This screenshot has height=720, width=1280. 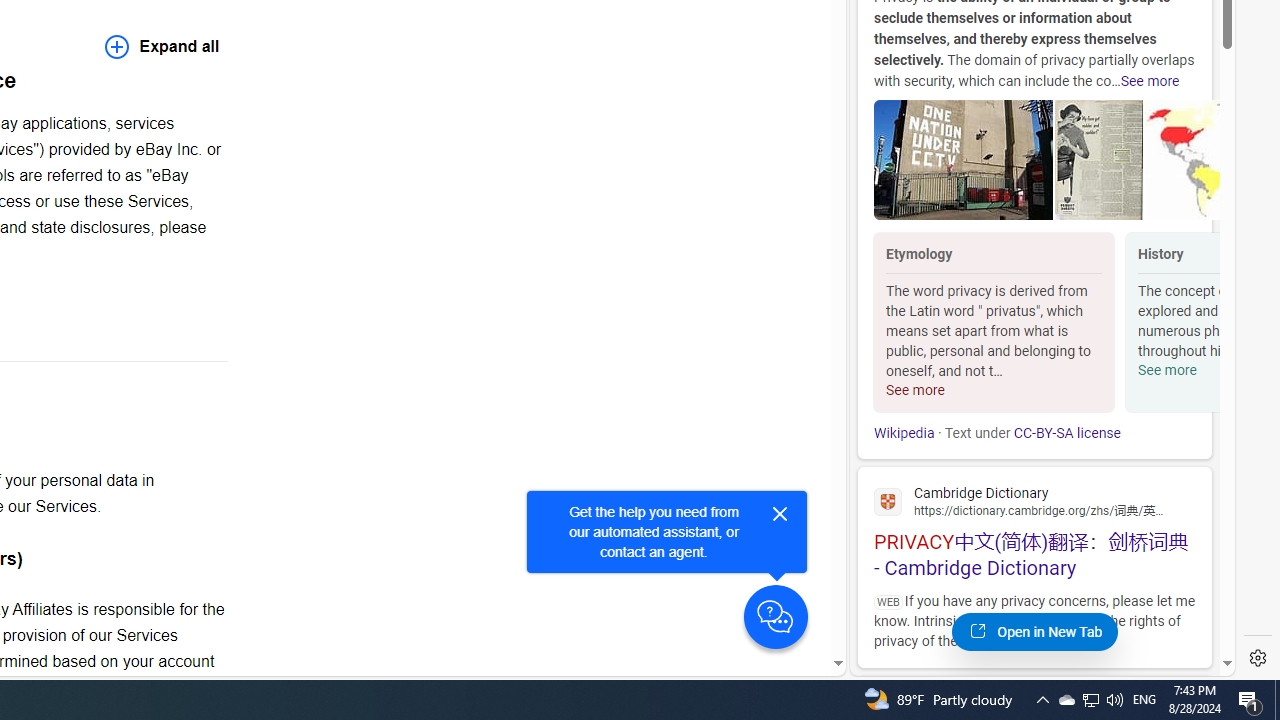 What do you see at coordinates (903, 432) in the screenshot?
I see `'Wikipedia'` at bounding box center [903, 432].